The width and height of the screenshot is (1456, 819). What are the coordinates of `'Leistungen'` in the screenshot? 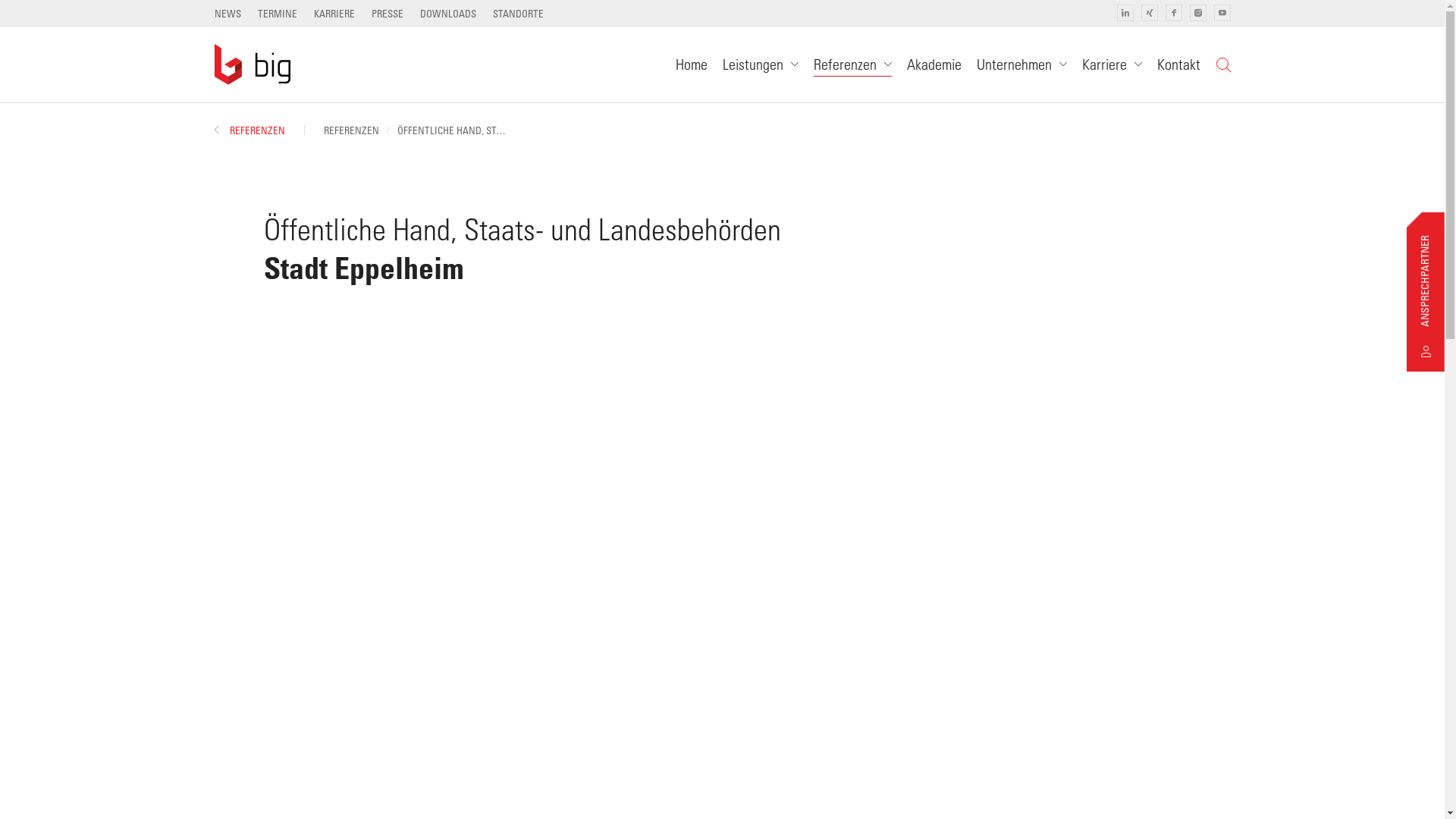 It's located at (760, 63).